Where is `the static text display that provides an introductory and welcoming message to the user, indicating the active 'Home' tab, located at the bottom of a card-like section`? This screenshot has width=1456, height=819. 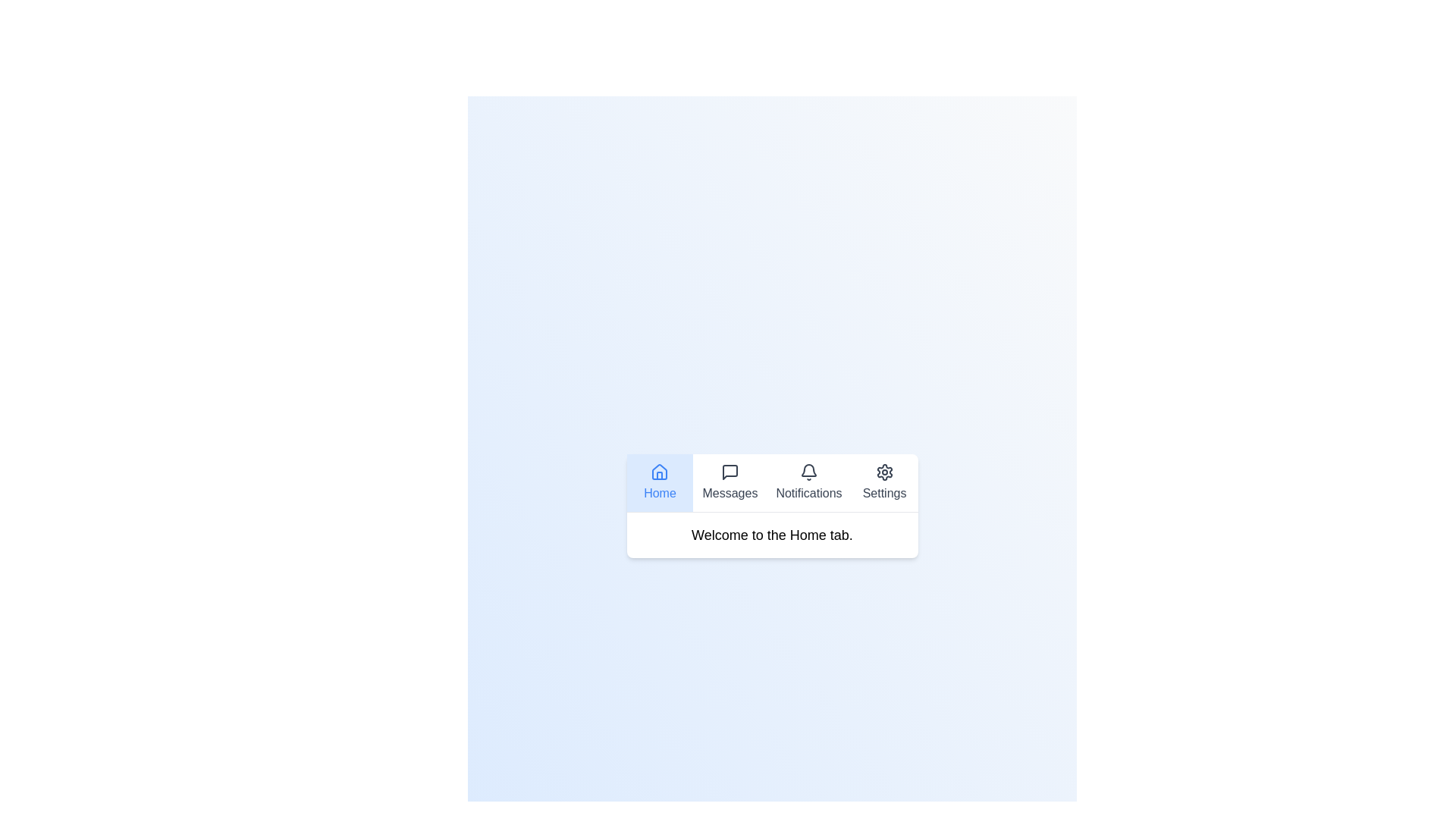
the static text display that provides an introductory and welcoming message to the user, indicating the active 'Home' tab, located at the bottom of a card-like section is located at coordinates (772, 534).